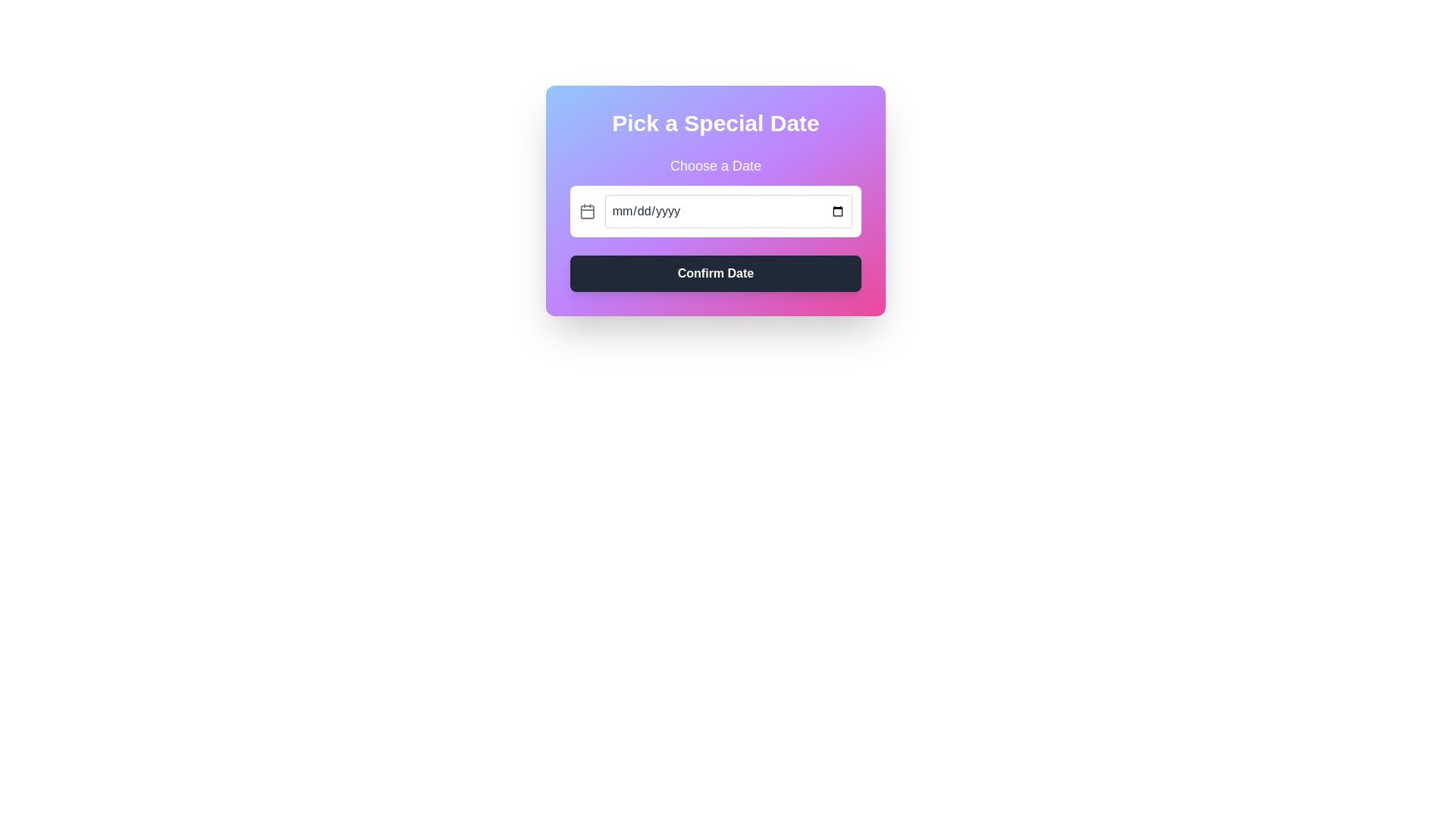 This screenshot has width=1456, height=819. What do you see at coordinates (715, 166) in the screenshot?
I see `the text label that displays 'Choose a Date', which is prominently located below the header 'Pick a Special Date' and above the date input field` at bounding box center [715, 166].